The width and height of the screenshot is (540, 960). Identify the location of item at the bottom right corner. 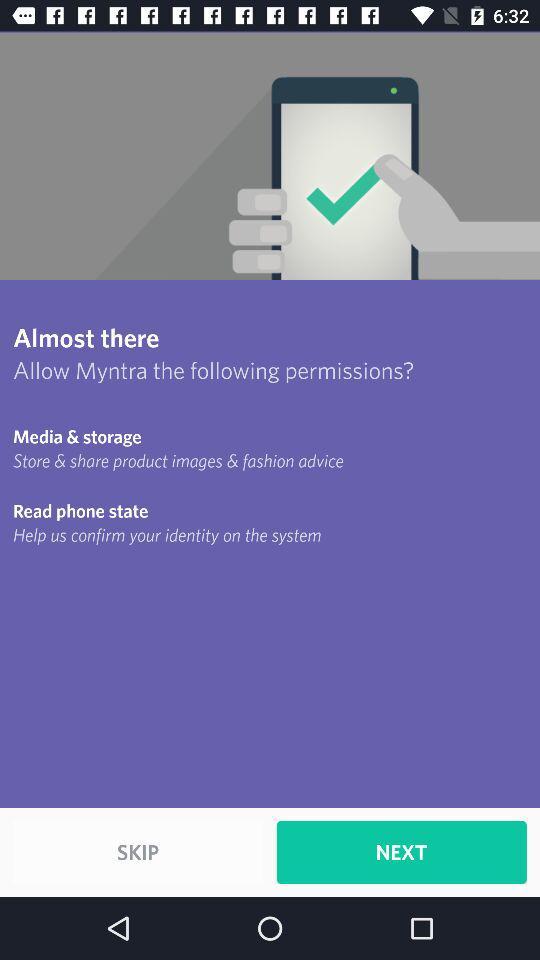
(401, 851).